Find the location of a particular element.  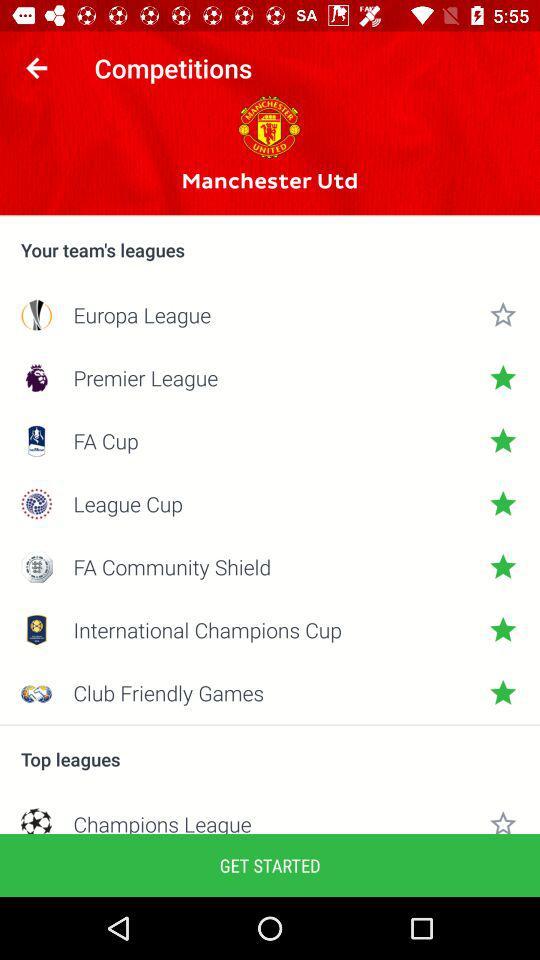

league cup item is located at coordinates (270, 503).